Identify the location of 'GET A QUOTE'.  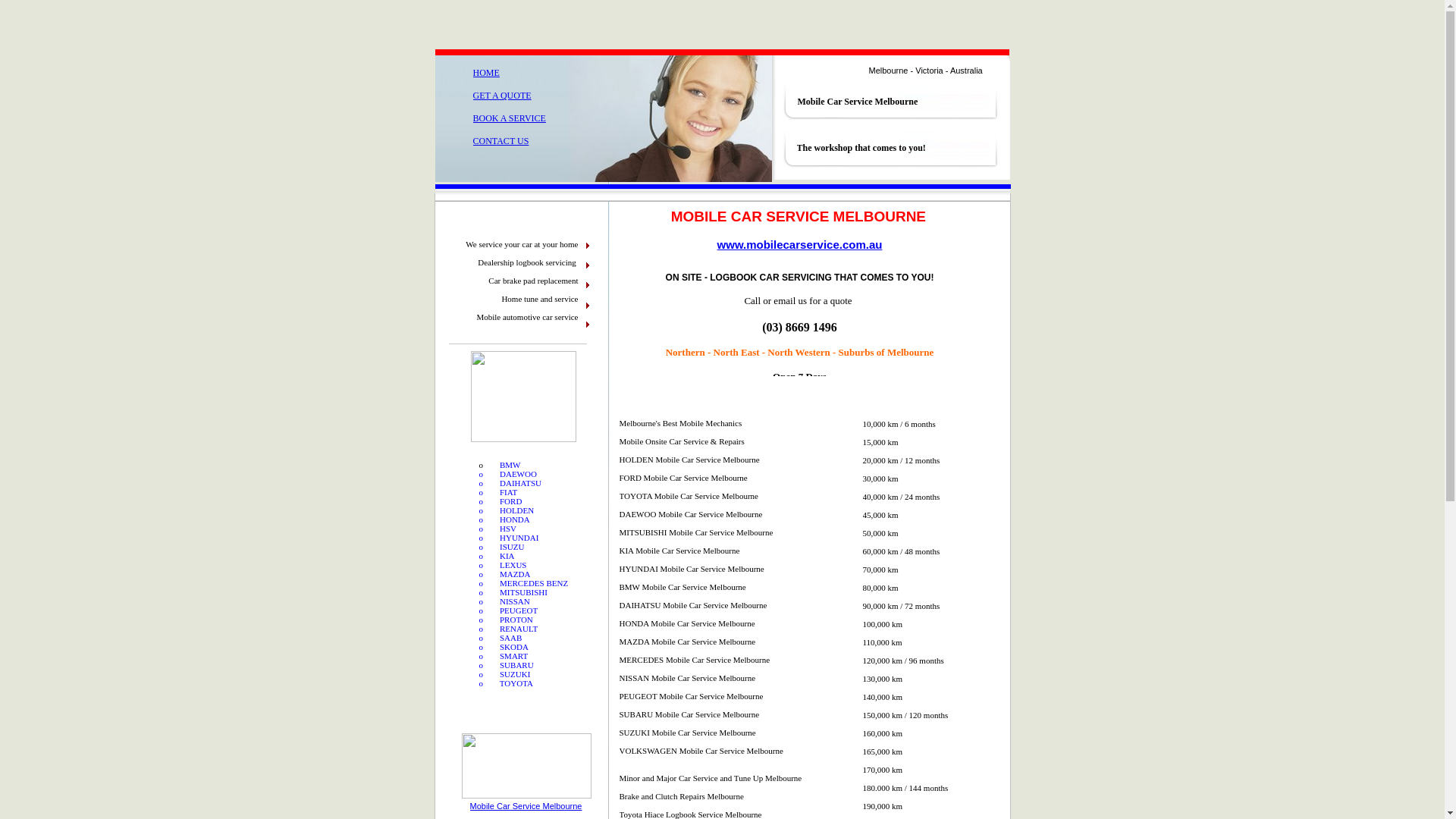
(472, 96).